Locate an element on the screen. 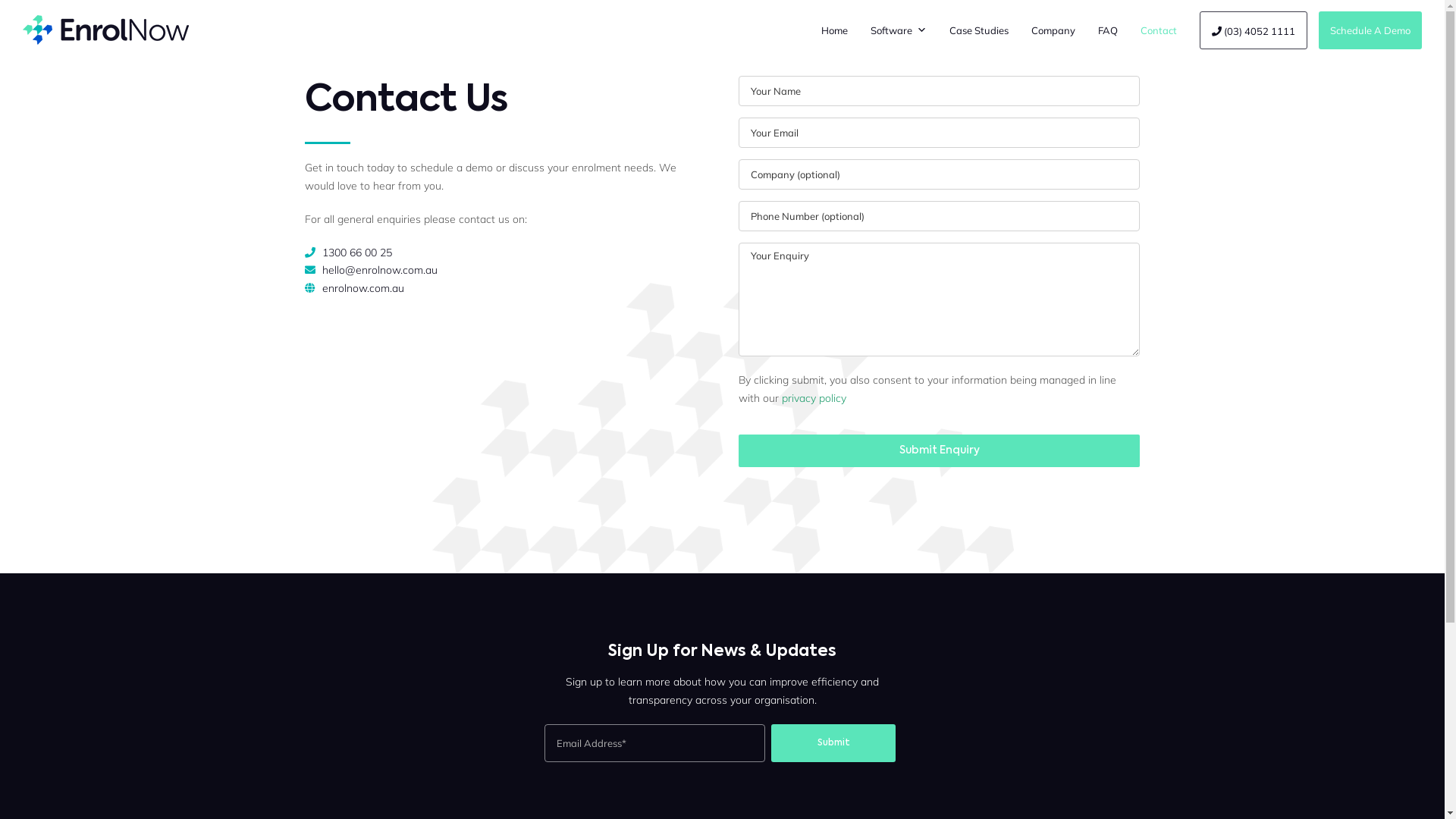 This screenshot has height=819, width=1456. '(03) 4052 1111' is located at coordinates (1253, 30).